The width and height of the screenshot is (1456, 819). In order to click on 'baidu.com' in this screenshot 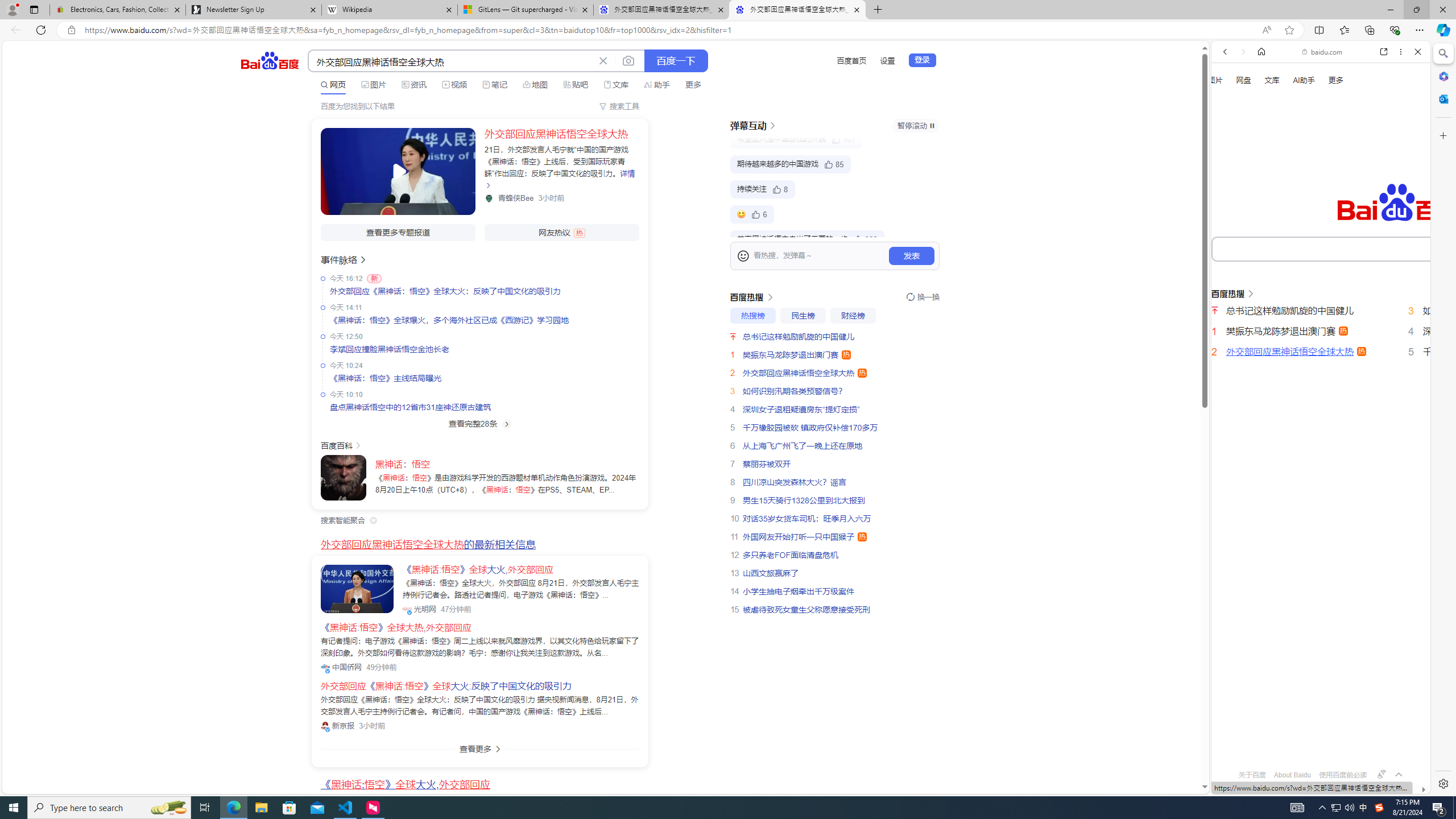, I will do `click(1323, 52)`.